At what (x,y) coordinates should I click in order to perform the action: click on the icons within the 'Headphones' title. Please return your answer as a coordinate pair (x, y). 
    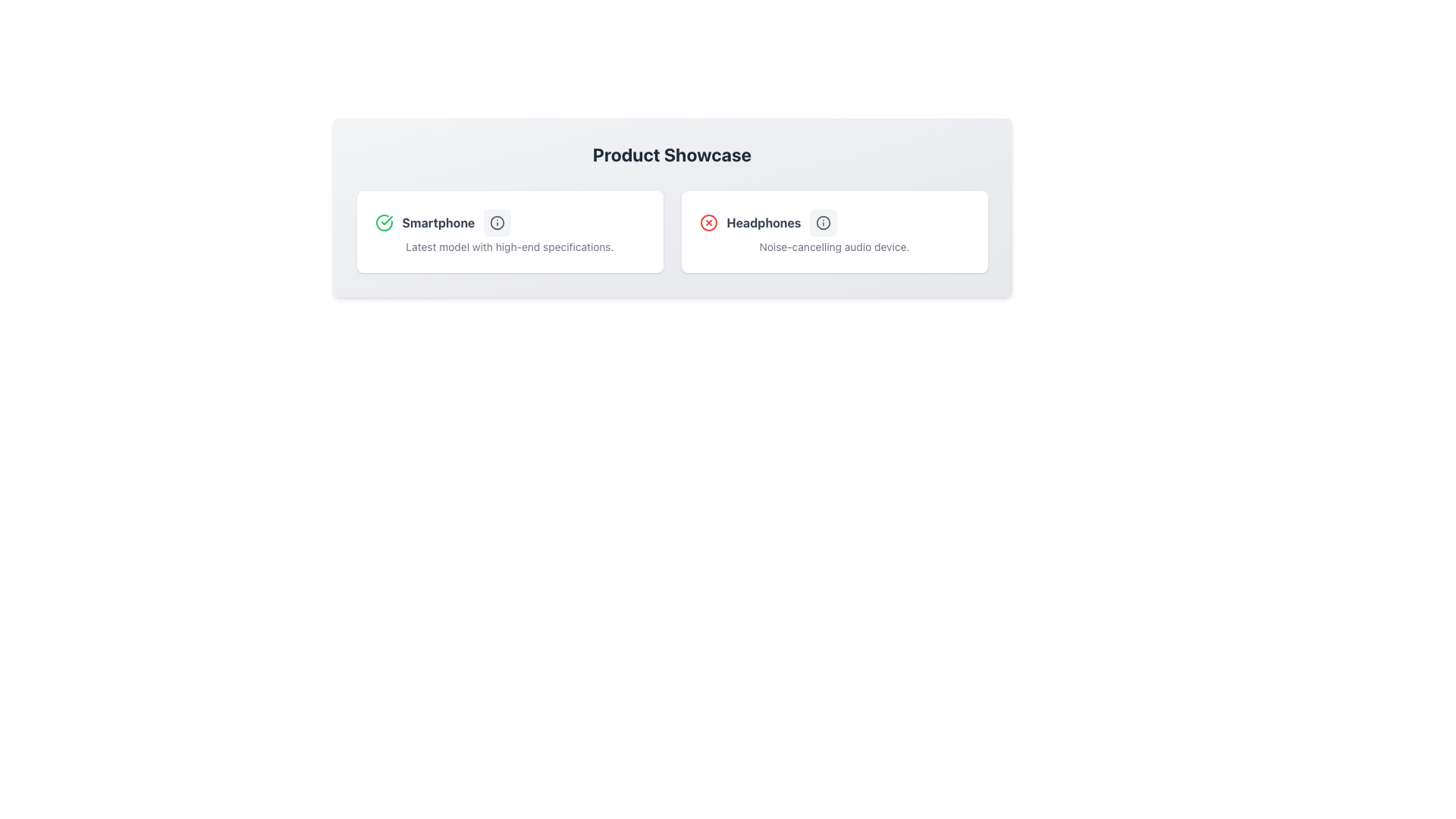
    Looking at the image, I should click on (833, 222).